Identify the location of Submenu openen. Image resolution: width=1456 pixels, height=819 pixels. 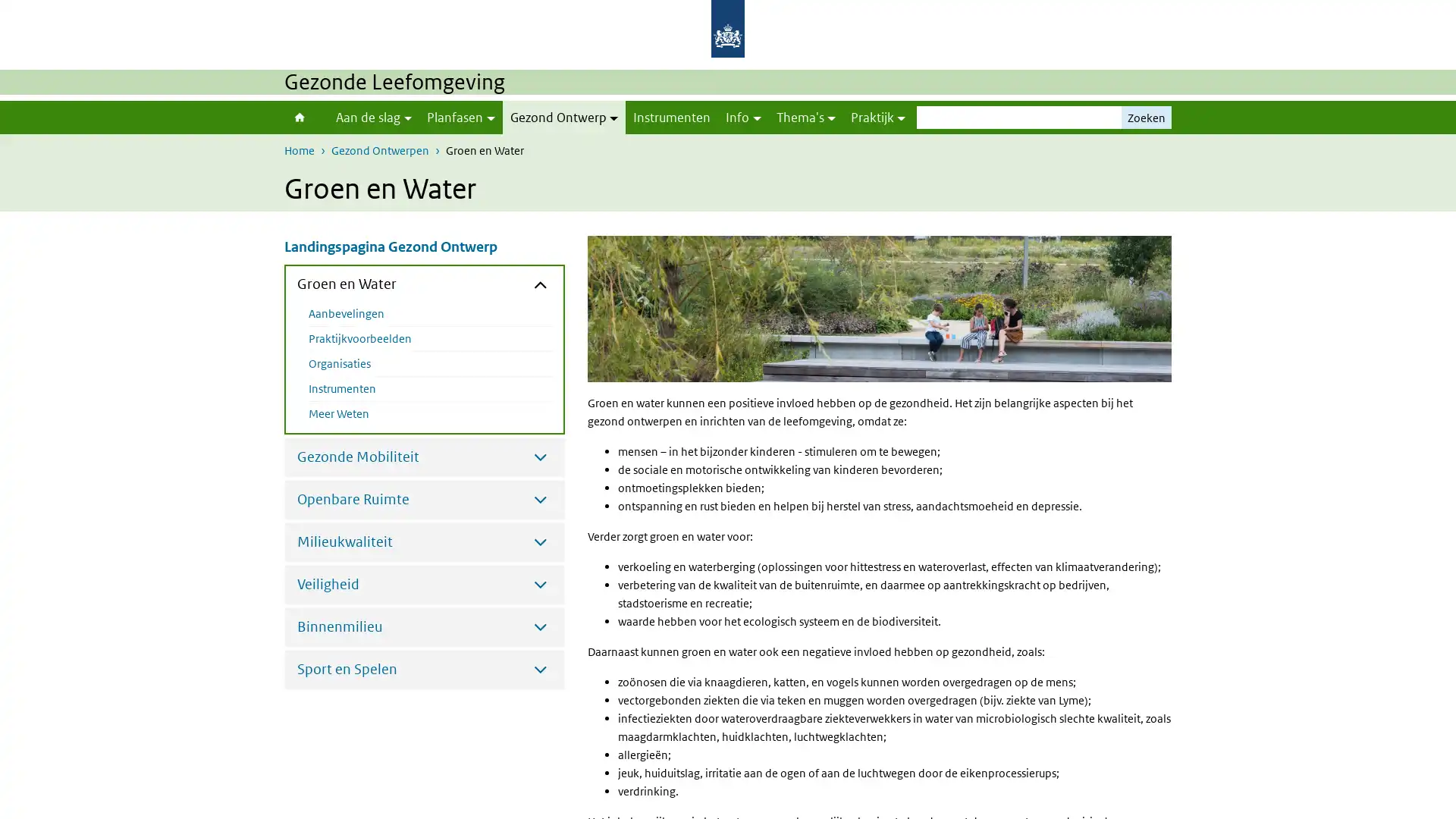
(541, 540).